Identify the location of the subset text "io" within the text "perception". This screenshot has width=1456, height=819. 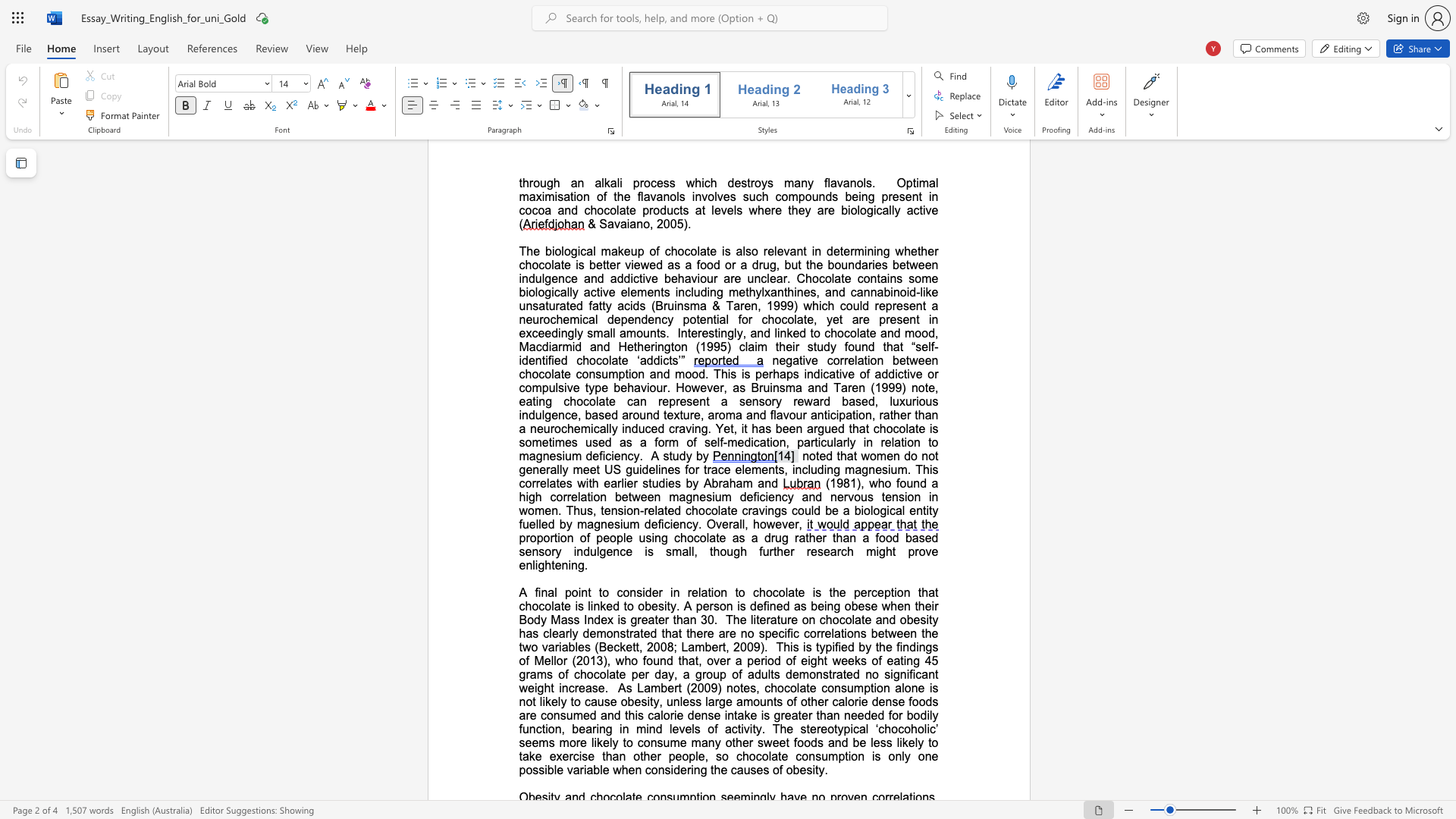
(894, 591).